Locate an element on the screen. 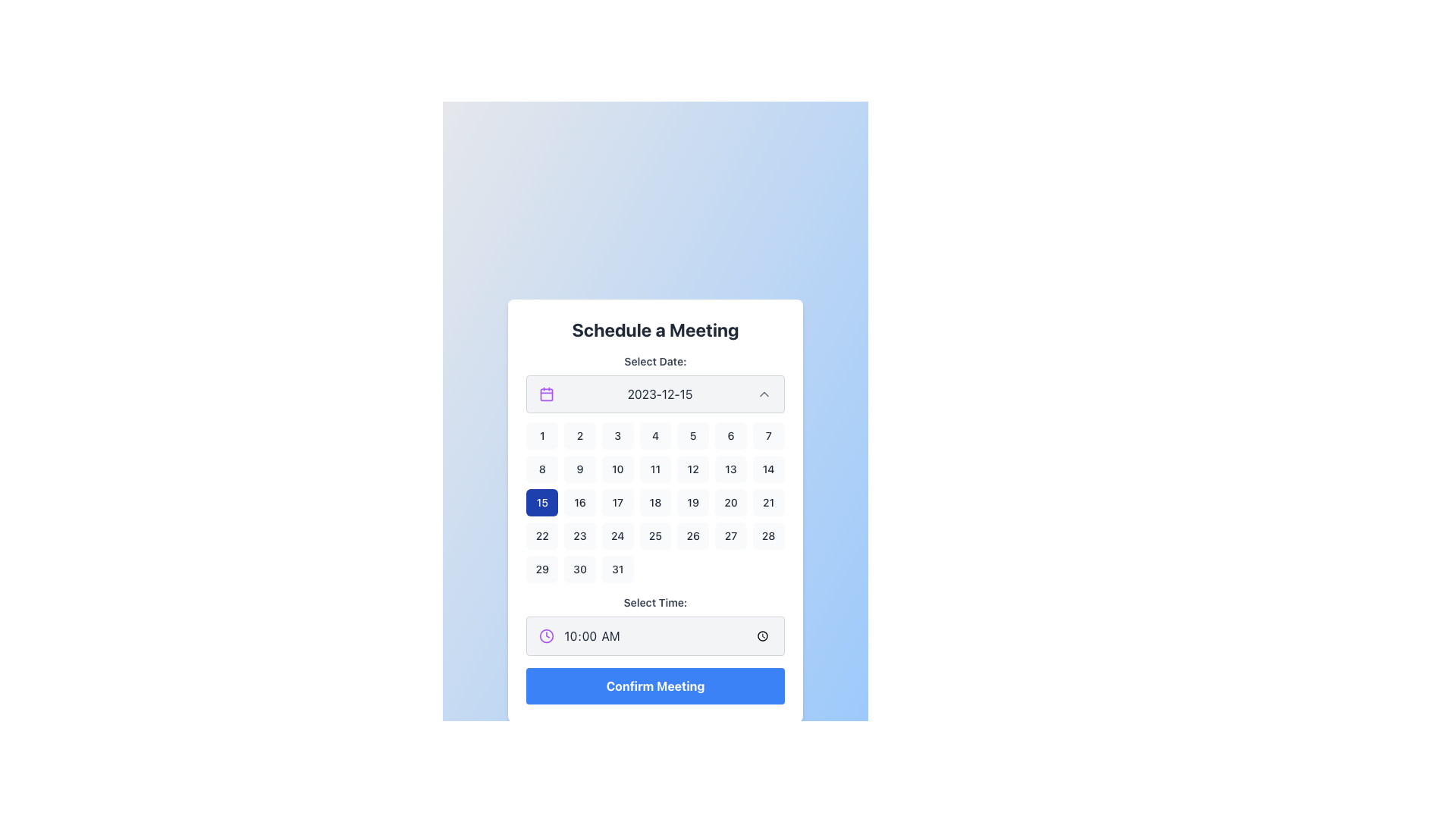 The image size is (1456, 819). the day selector button for date 27 in the calendar interface is located at coordinates (731, 535).